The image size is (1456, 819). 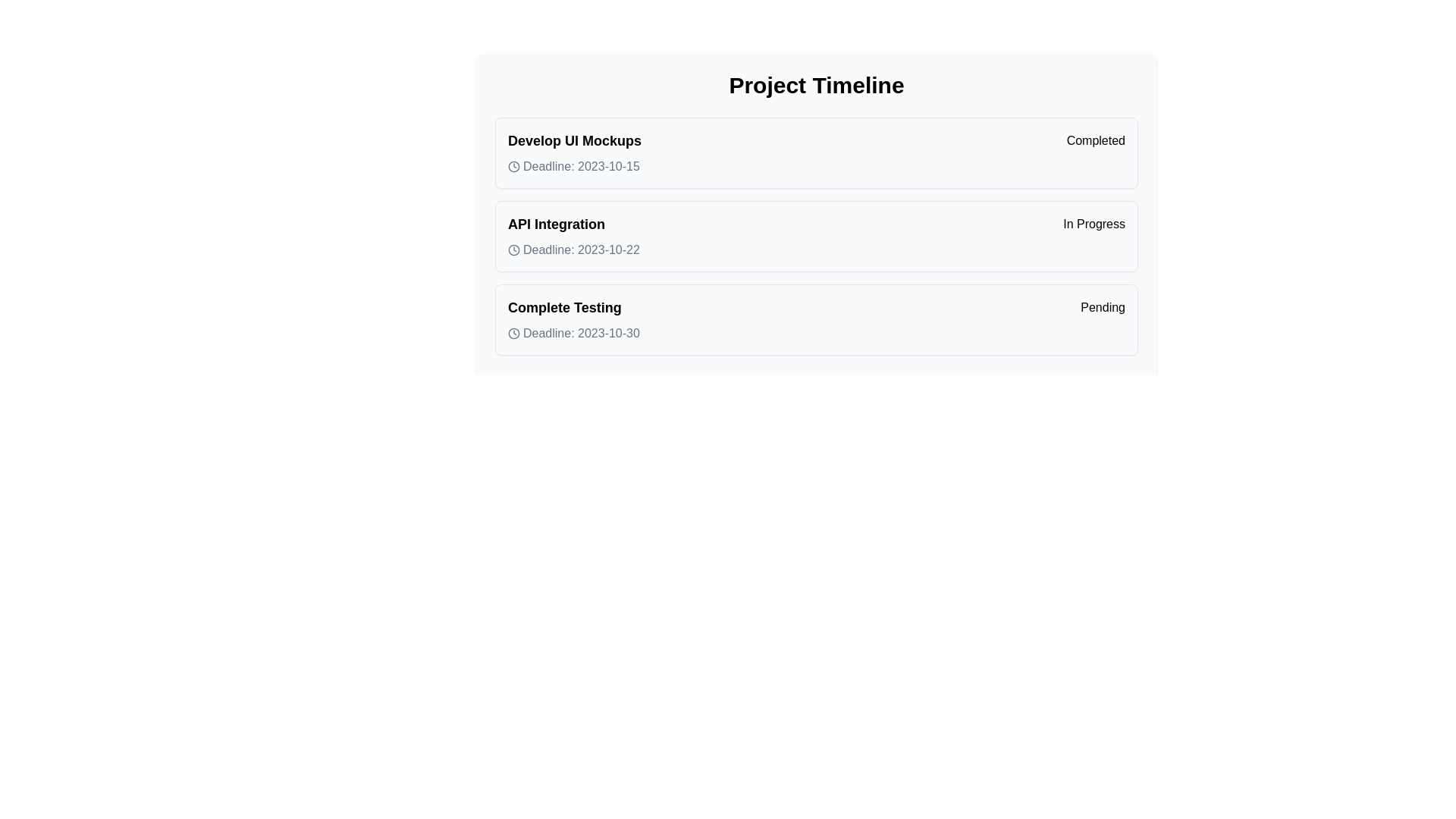 I want to click on the static label displaying the deadline for the task 'Complete Testing', which is aligned horizontally with the status text 'Pending', so click(x=573, y=332).